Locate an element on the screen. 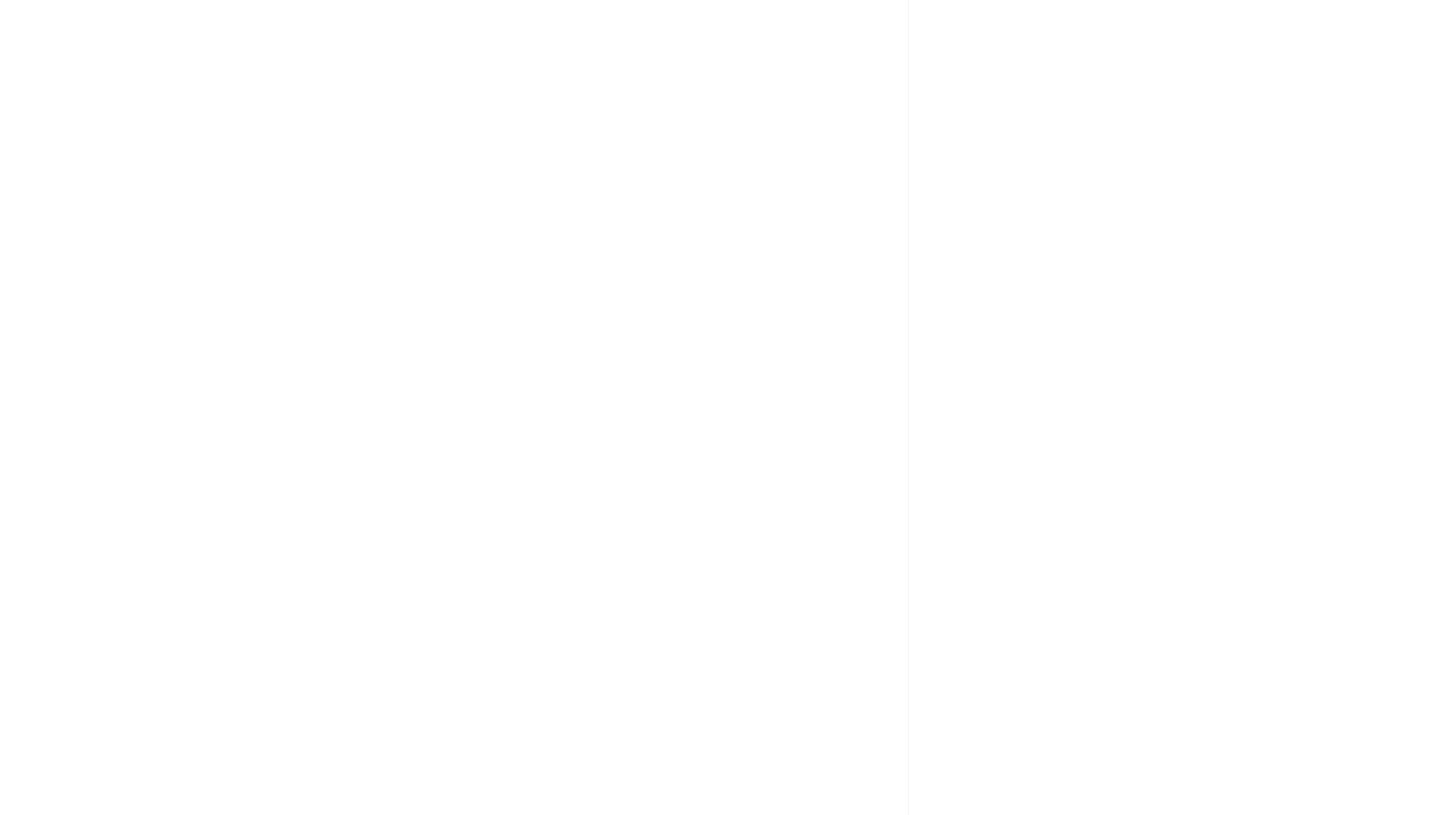  'Registered under National Trust : No. 0306/MR-MD/2003' is located at coordinates (398, 287).